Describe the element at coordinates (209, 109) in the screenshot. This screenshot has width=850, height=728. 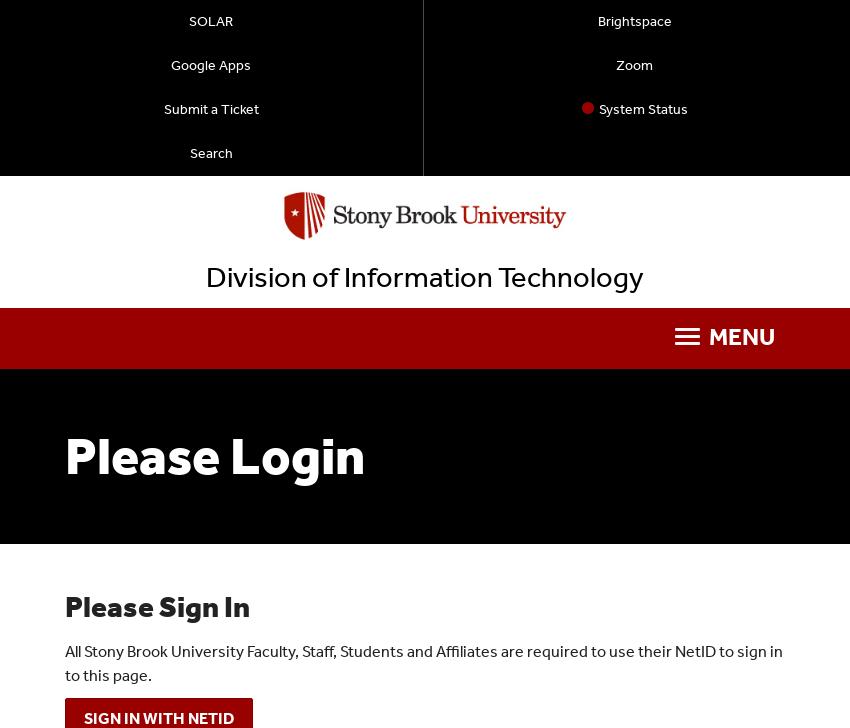
I see `'Submit a Ticket'` at that location.